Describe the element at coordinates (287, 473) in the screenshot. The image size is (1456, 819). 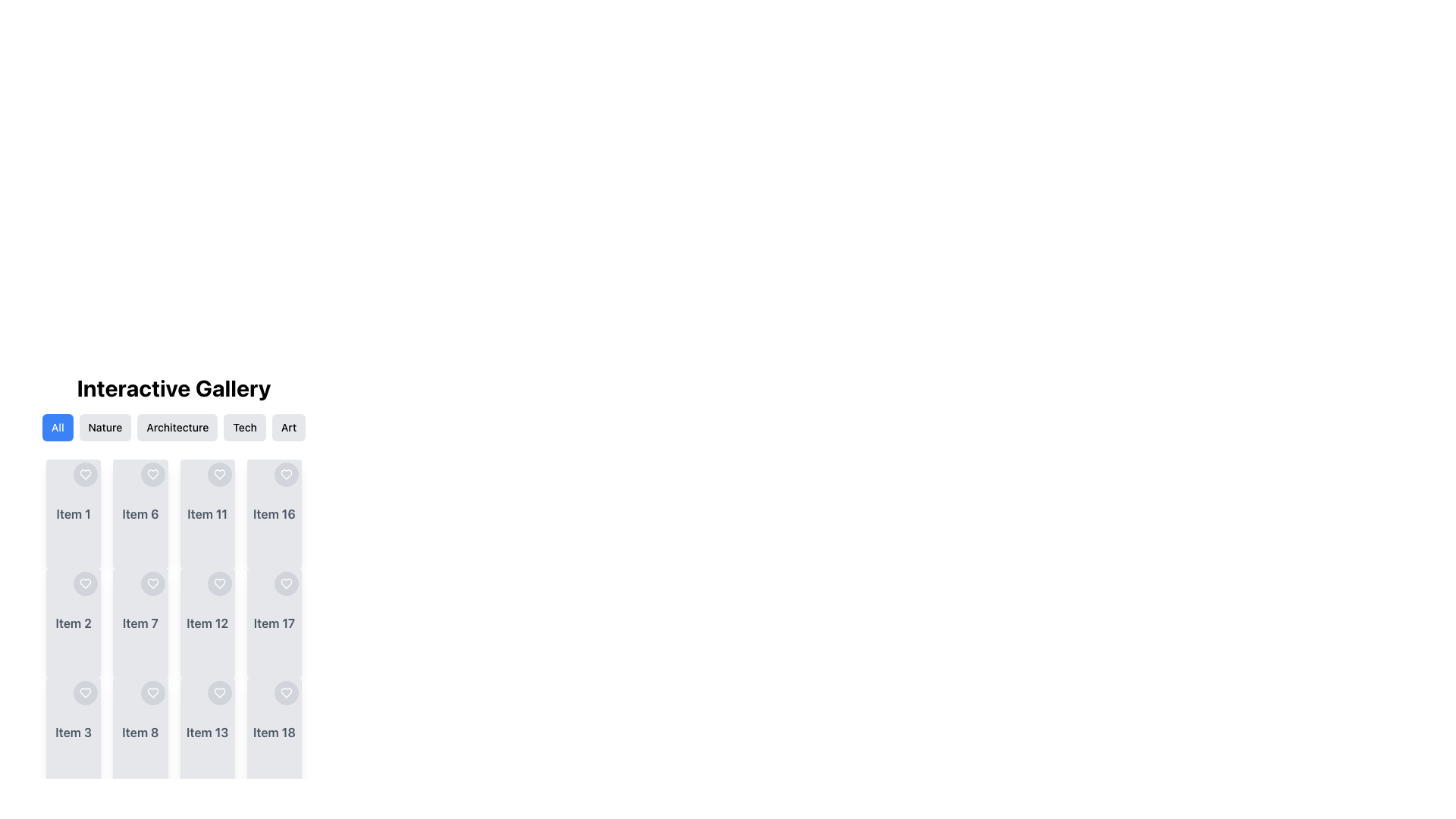
I see `the heart-shaped icon located in the fourth column and fourth row of the grid layout` at that location.